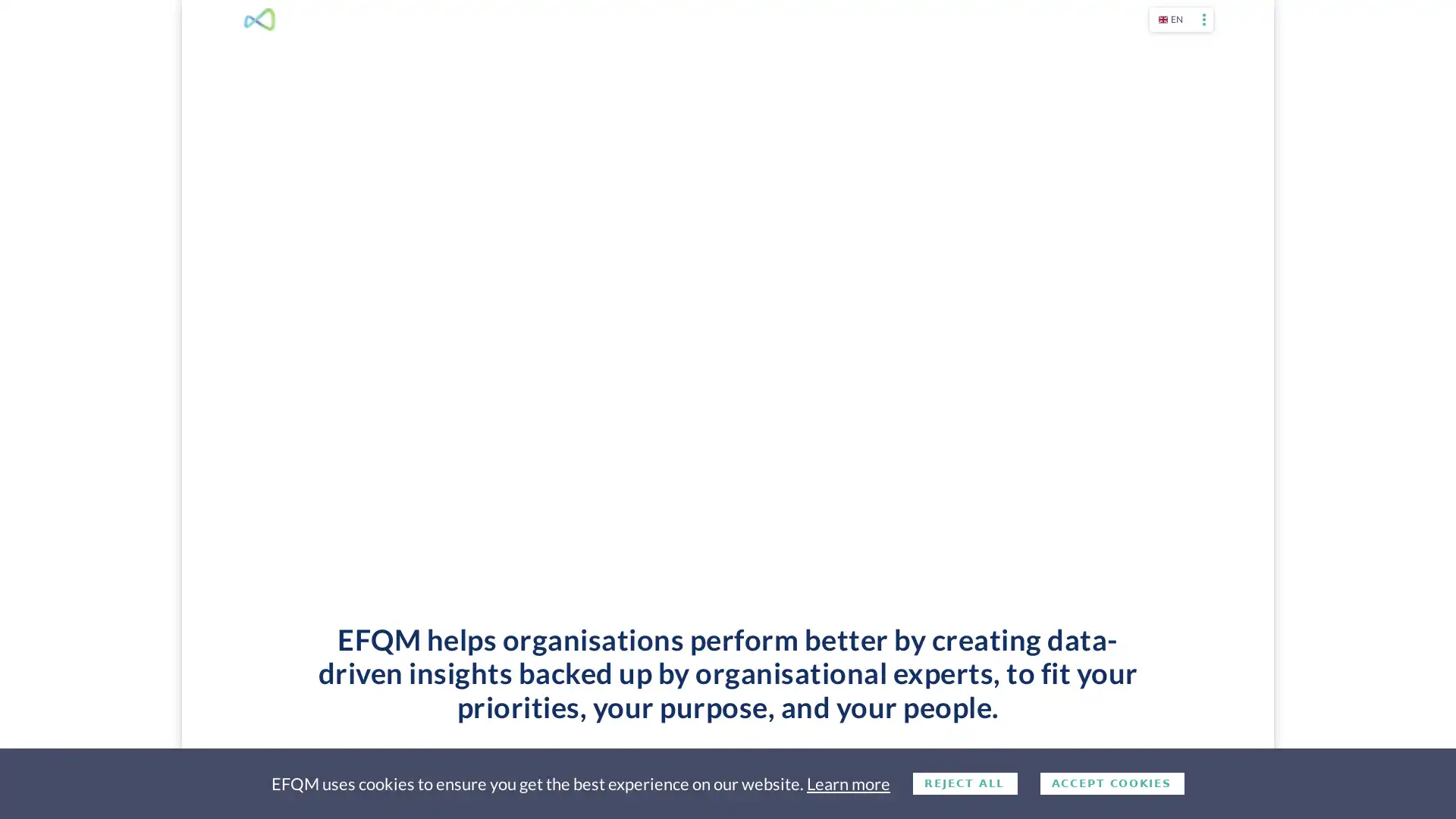 Image resolution: width=1456 pixels, height=819 pixels. Describe the element at coordinates (1166, 53) in the screenshot. I see `MEMBERSHIP` at that location.